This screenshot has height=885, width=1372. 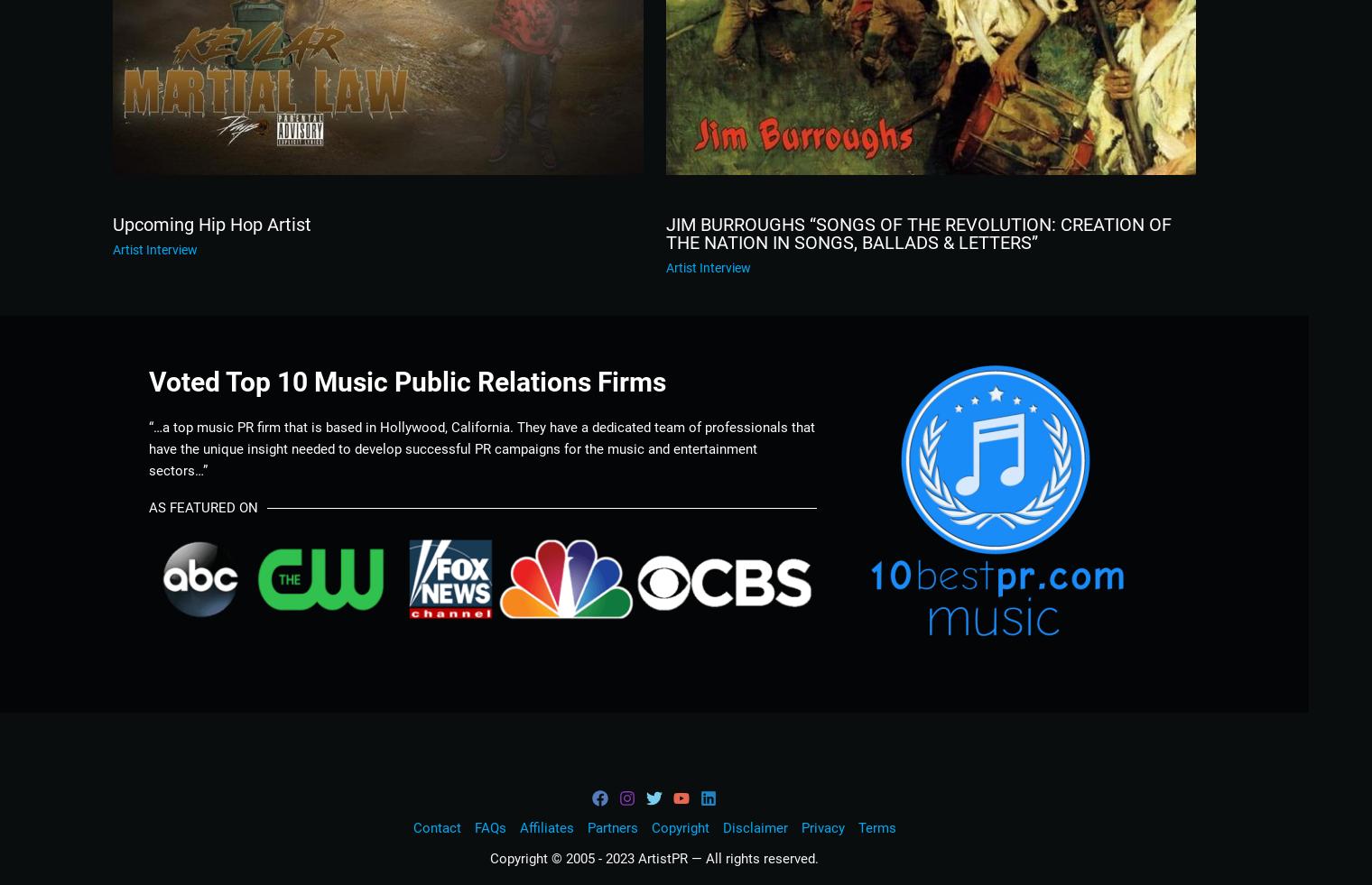 What do you see at coordinates (821, 828) in the screenshot?
I see `'Privacy'` at bounding box center [821, 828].